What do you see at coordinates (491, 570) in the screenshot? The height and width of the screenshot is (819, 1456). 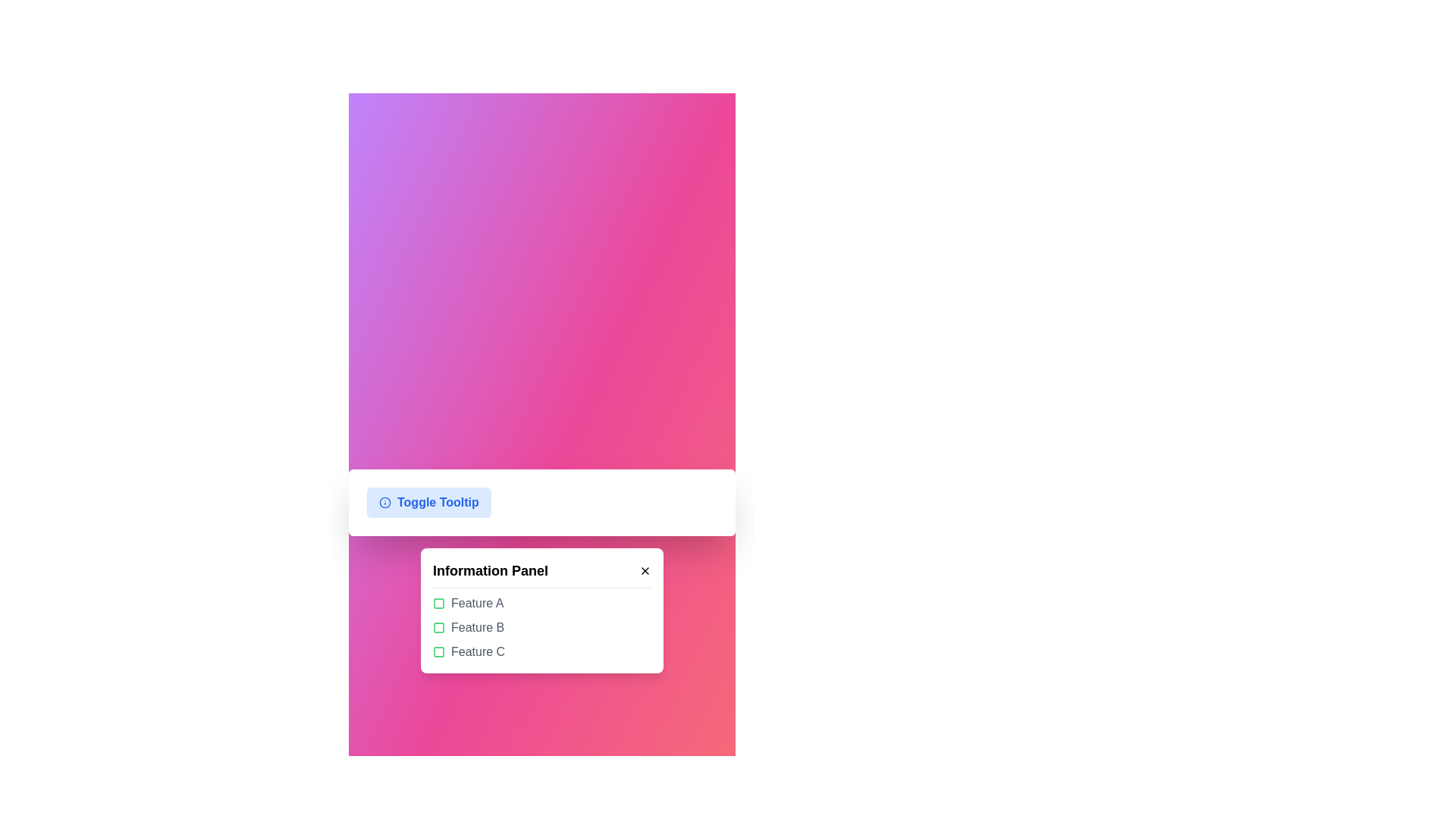 I see `the text label that serves as a title or heading for the panel` at bounding box center [491, 570].